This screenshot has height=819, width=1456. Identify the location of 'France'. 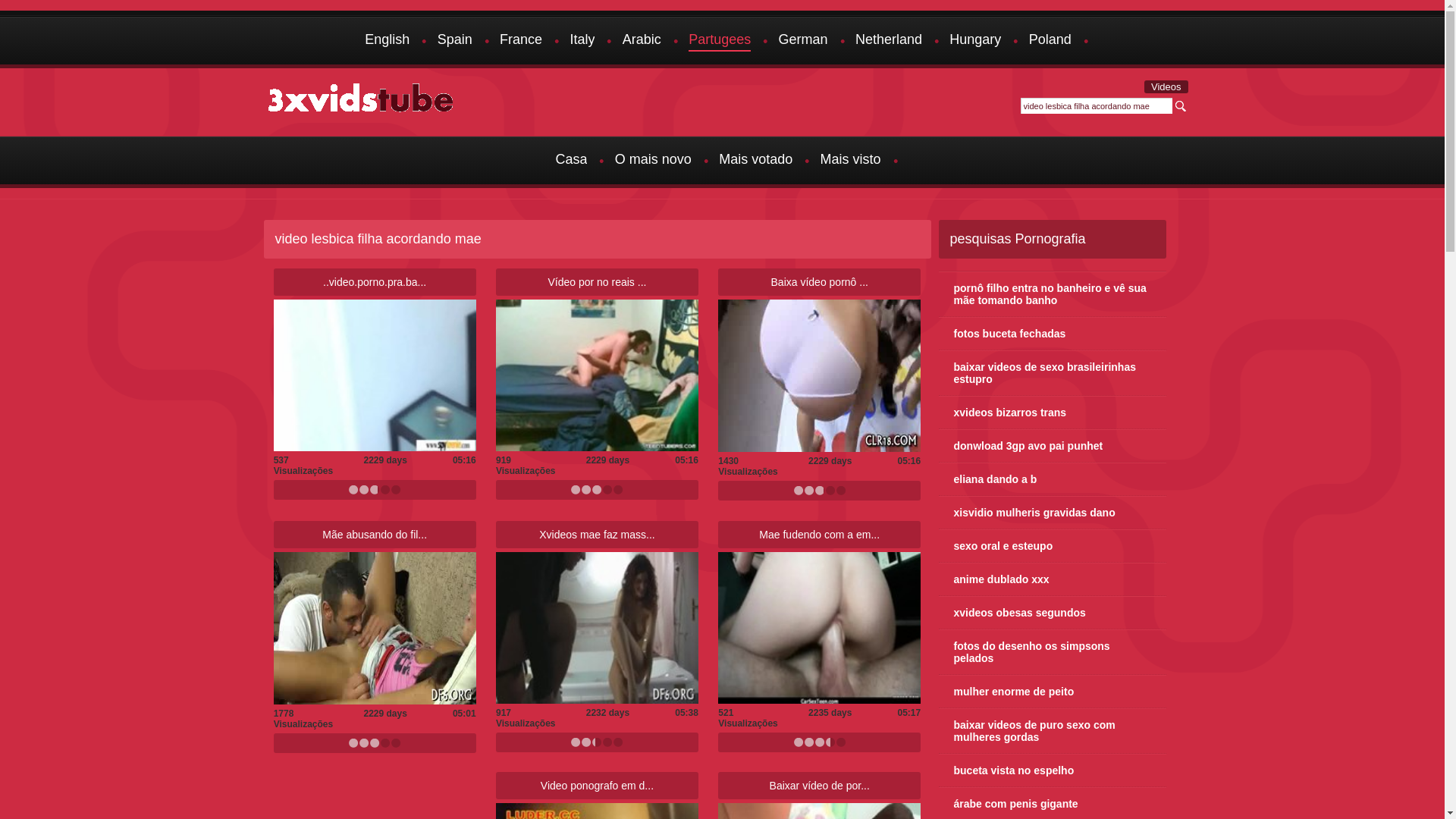
(520, 40).